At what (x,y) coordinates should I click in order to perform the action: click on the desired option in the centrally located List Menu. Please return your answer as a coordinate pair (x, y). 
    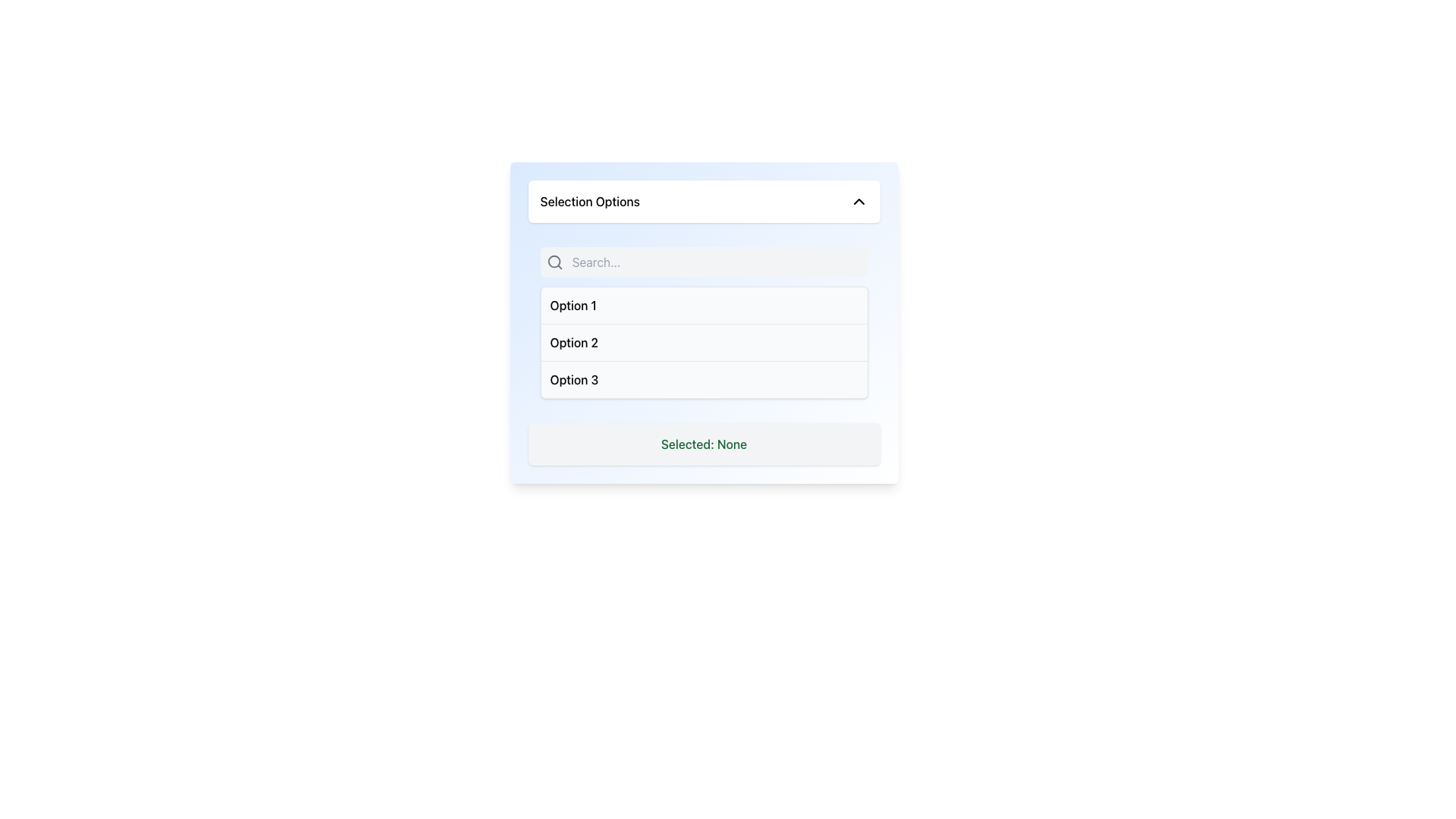
    Looking at the image, I should click on (703, 342).